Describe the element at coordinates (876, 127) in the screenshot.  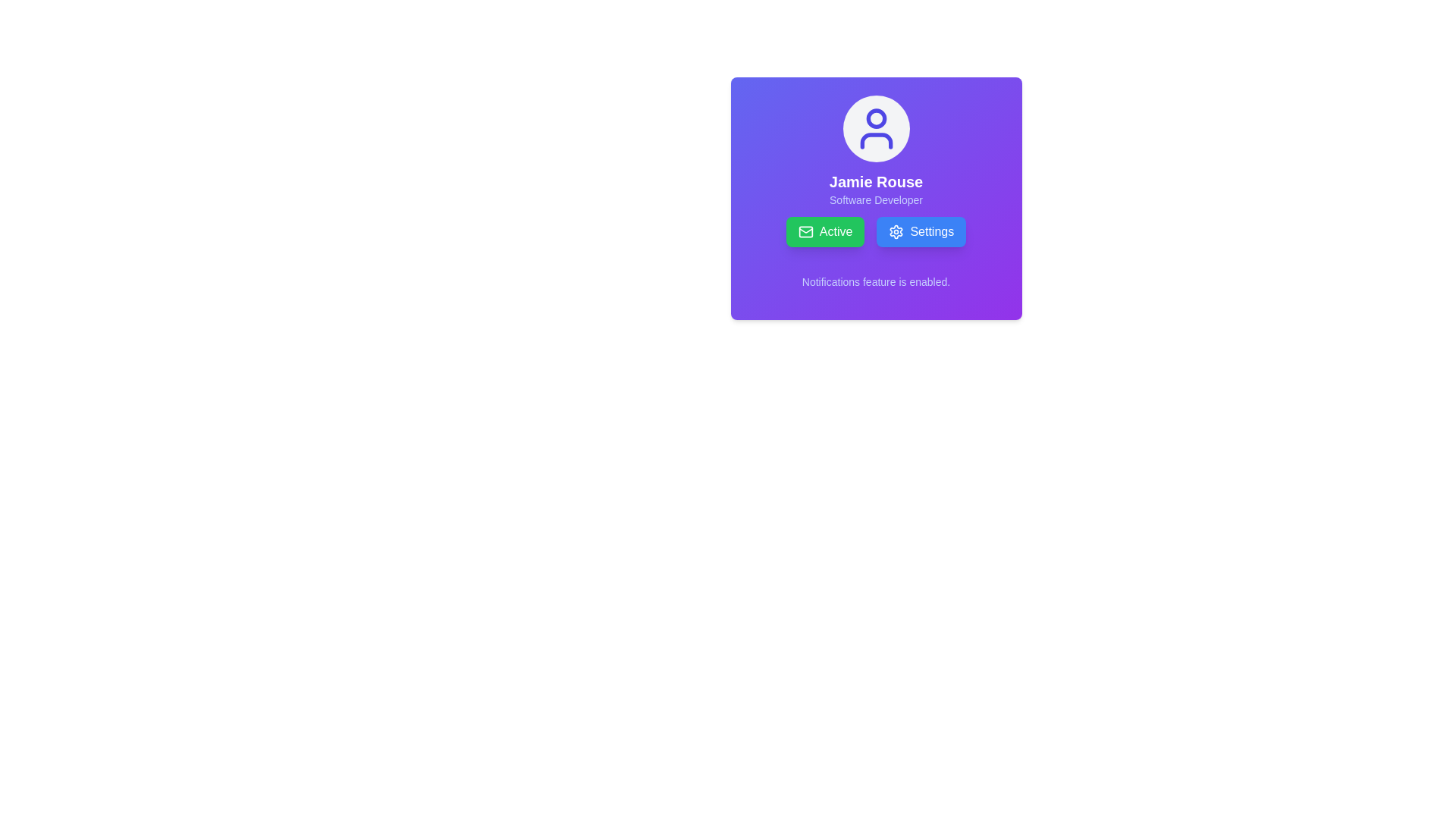
I see `the user's avatar icon located at the top of the profile card, which features a square background with rounded corners and serves as a visual cue for the user's identity` at that location.